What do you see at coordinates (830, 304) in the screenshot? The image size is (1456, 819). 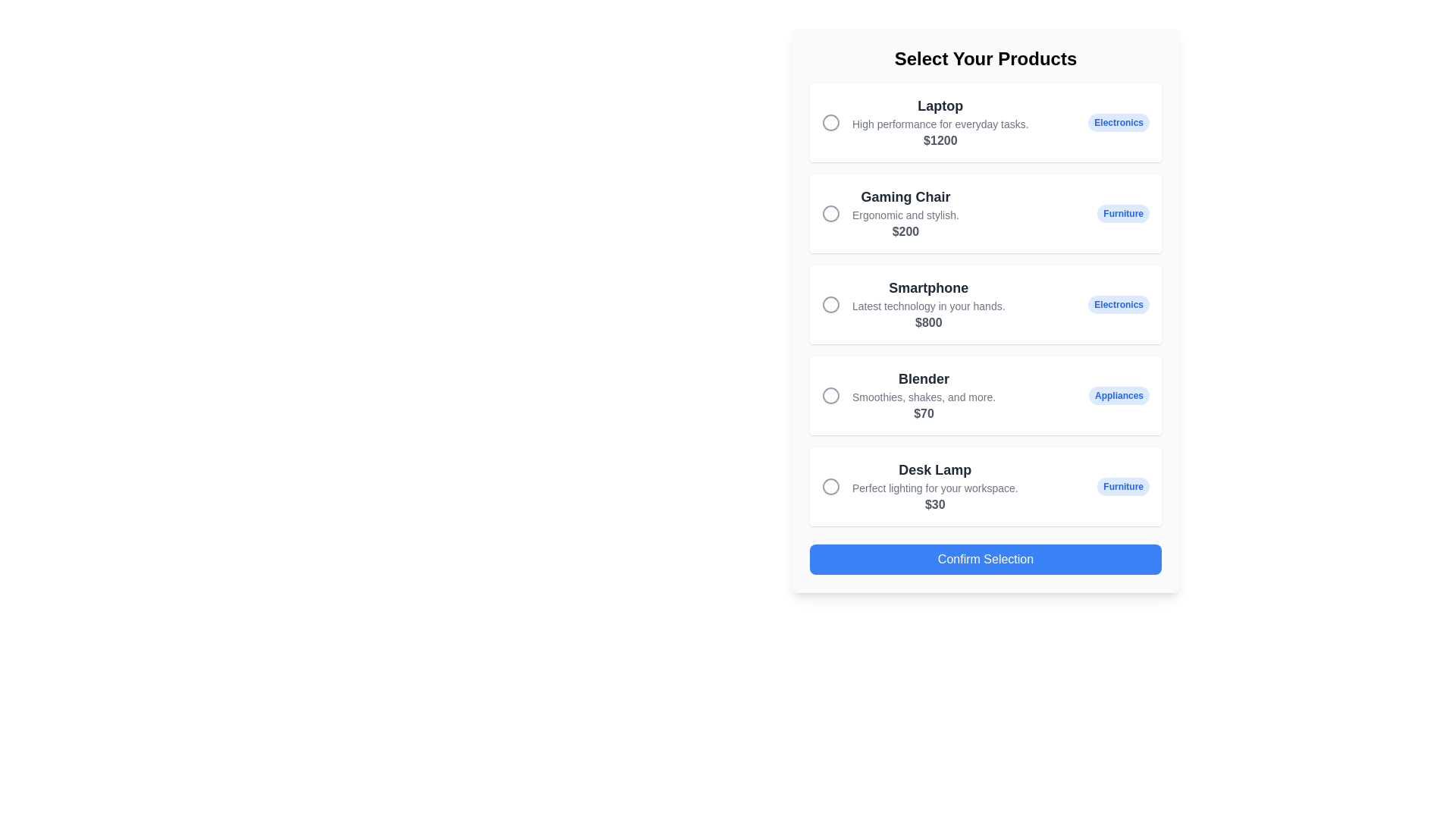 I see `the radio button adjacent to the text 'Smartphone'` at bounding box center [830, 304].